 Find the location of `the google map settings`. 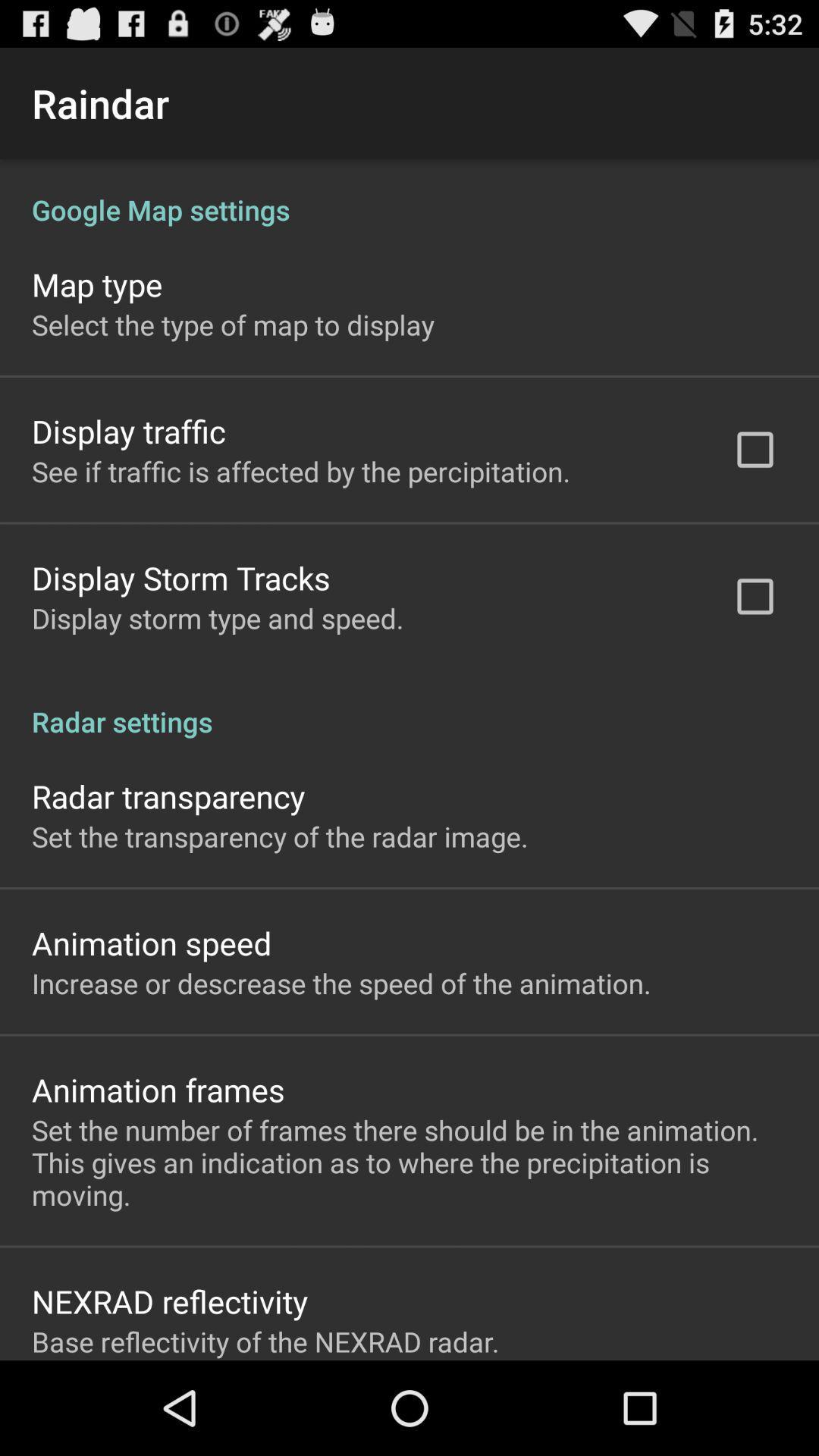

the google map settings is located at coordinates (409, 193).